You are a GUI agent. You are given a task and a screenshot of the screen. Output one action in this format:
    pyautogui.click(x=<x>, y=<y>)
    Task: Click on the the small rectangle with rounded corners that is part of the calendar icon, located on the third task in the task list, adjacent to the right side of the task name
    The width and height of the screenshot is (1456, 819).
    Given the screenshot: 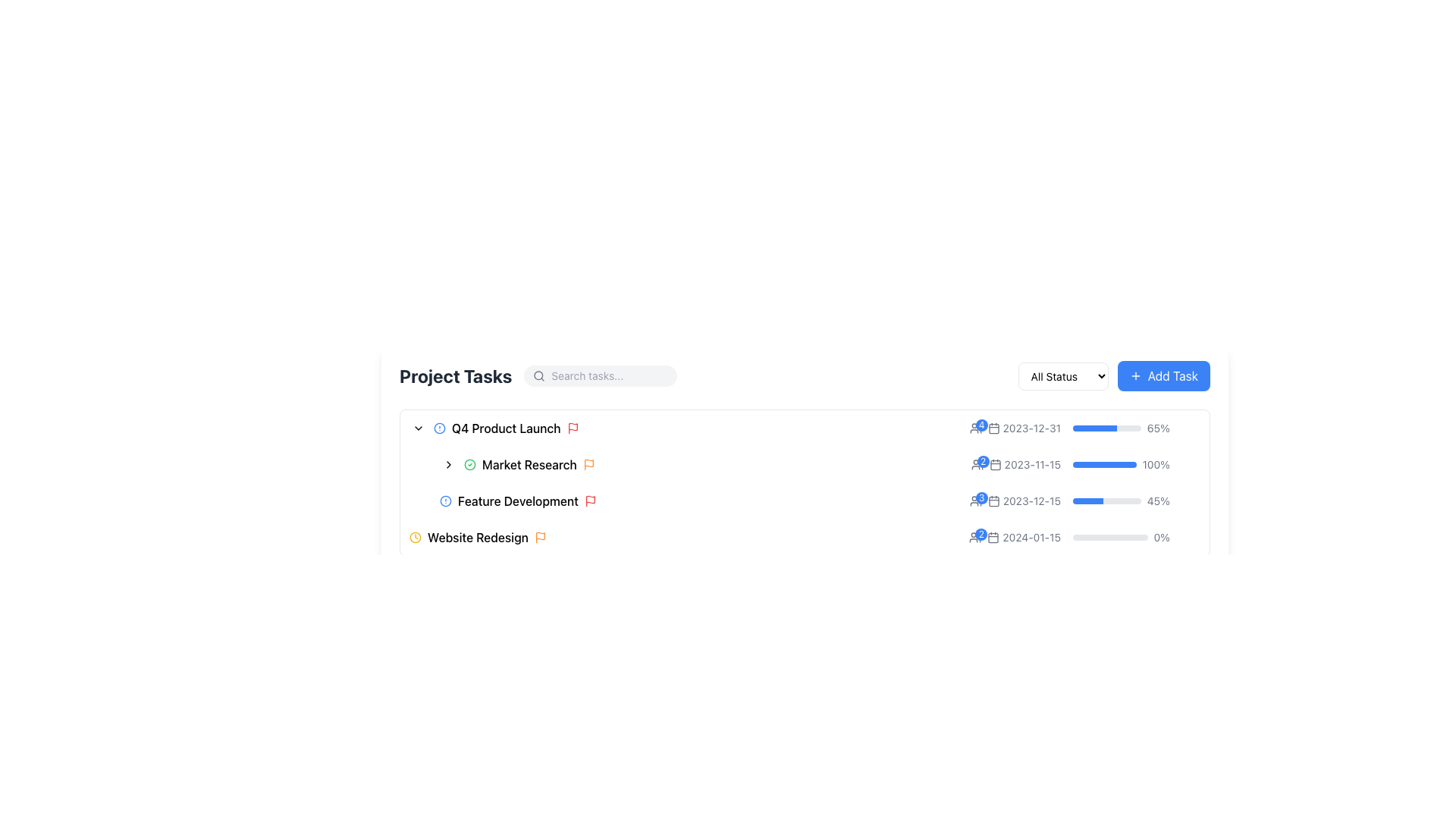 What is the action you would take?
    pyautogui.click(x=993, y=428)
    